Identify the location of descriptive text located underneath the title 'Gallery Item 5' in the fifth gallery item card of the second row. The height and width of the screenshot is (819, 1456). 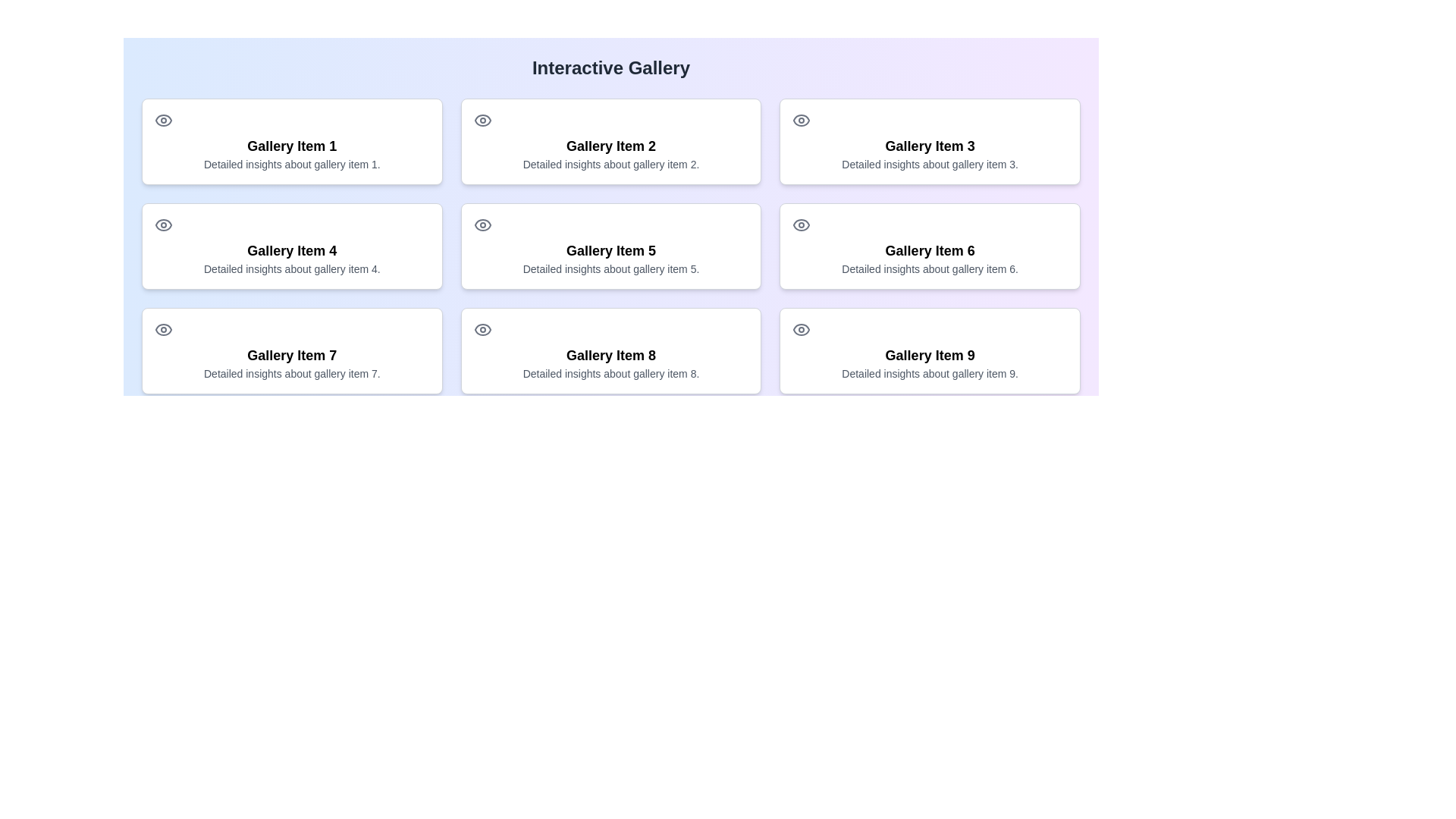
(611, 268).